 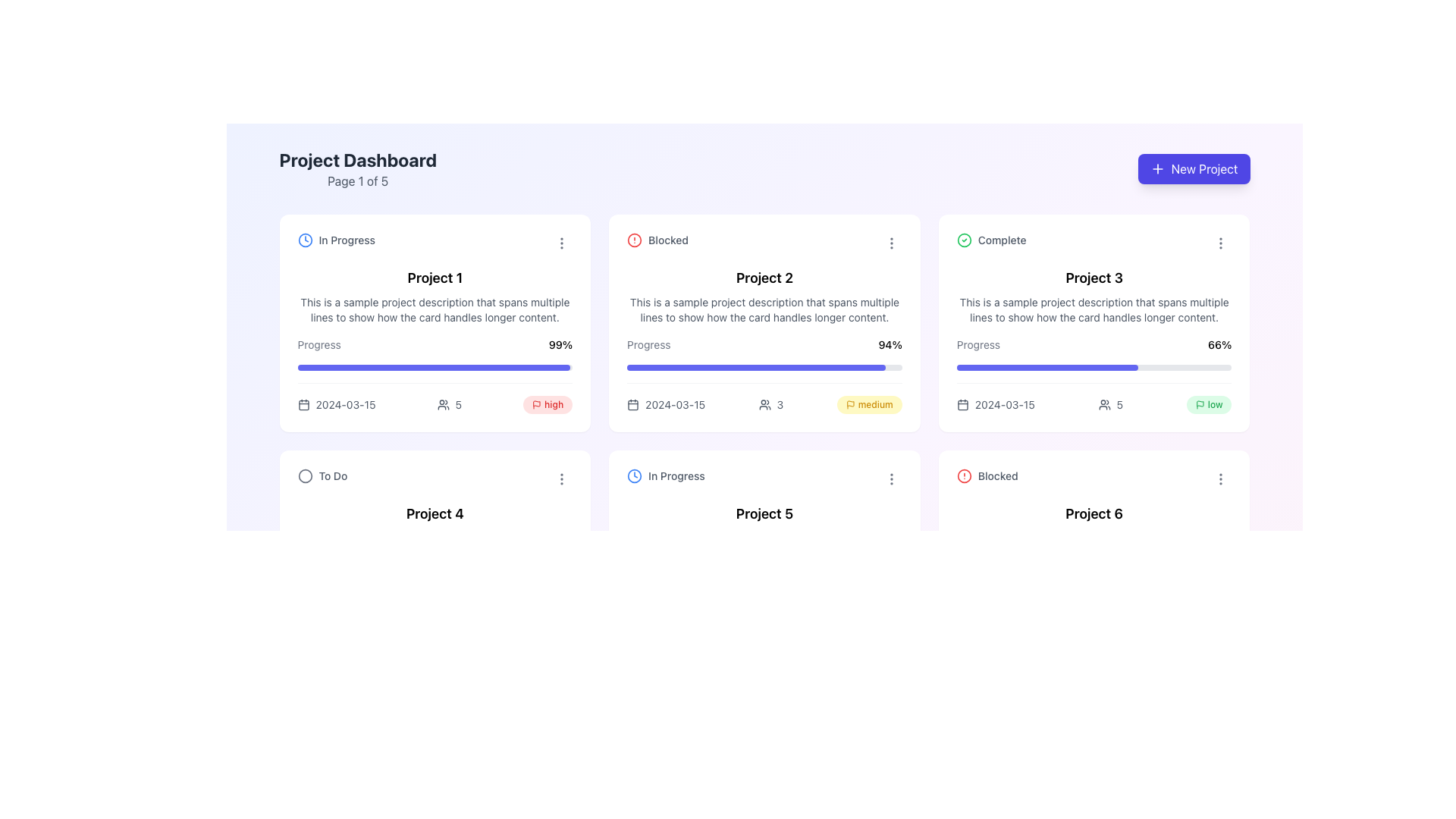 What do you see at coordinates (891, 479) in the screenshot?
I see `the interactive button represented by three vertical dots in the top-right corner of the 'Project 5' card` at bounding box center [891, 479].